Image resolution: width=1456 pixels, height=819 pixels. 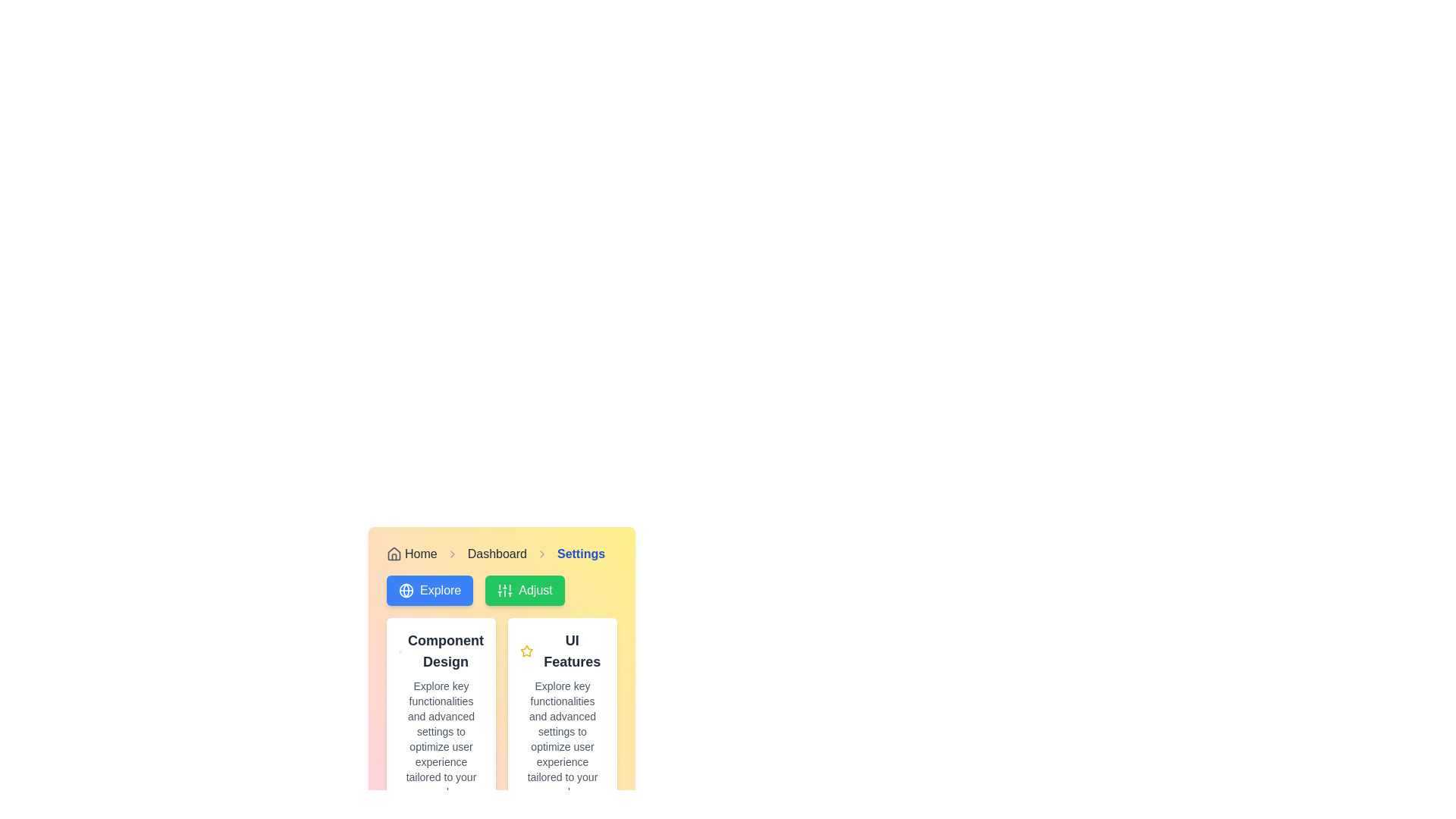 I want to click on the first button on the left side of the green 'Adjust' button, so click(x=429, y=590).